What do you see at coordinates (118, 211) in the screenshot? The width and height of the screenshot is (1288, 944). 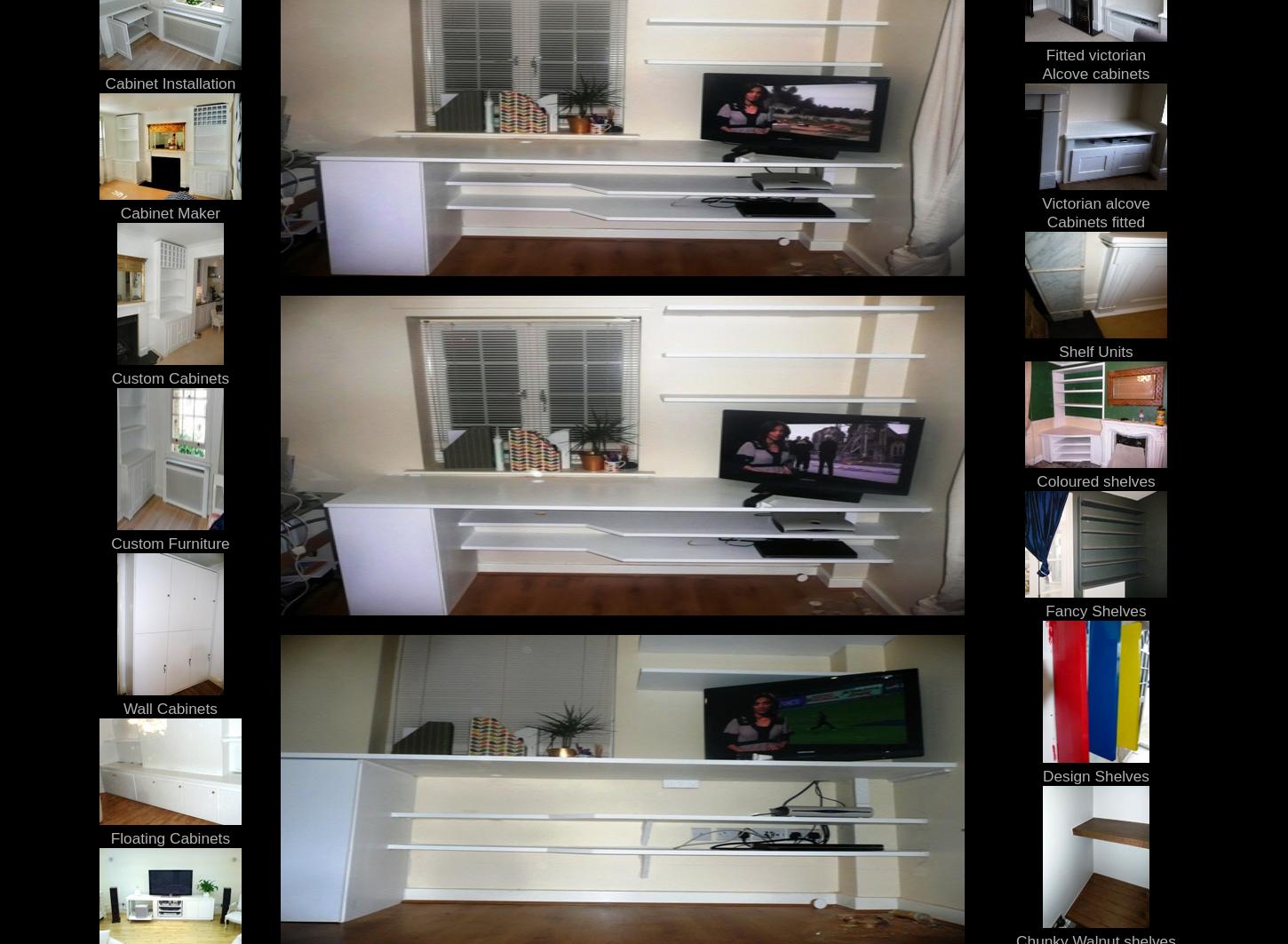 I see `'Cabinet Maker'` at bounding box center [118, 211].